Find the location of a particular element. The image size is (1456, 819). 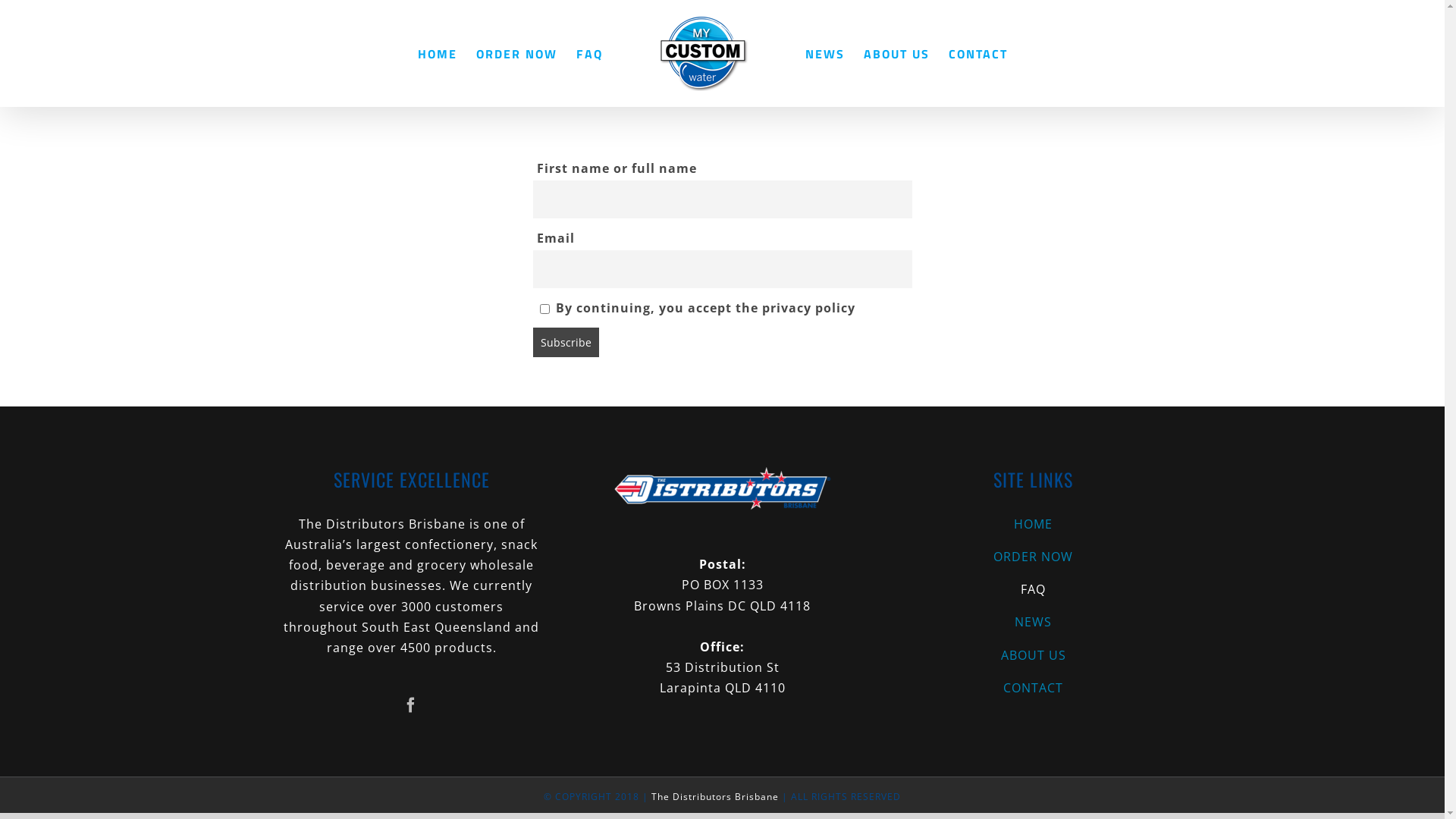

'HOME' is located at coordinates (1032, 523).